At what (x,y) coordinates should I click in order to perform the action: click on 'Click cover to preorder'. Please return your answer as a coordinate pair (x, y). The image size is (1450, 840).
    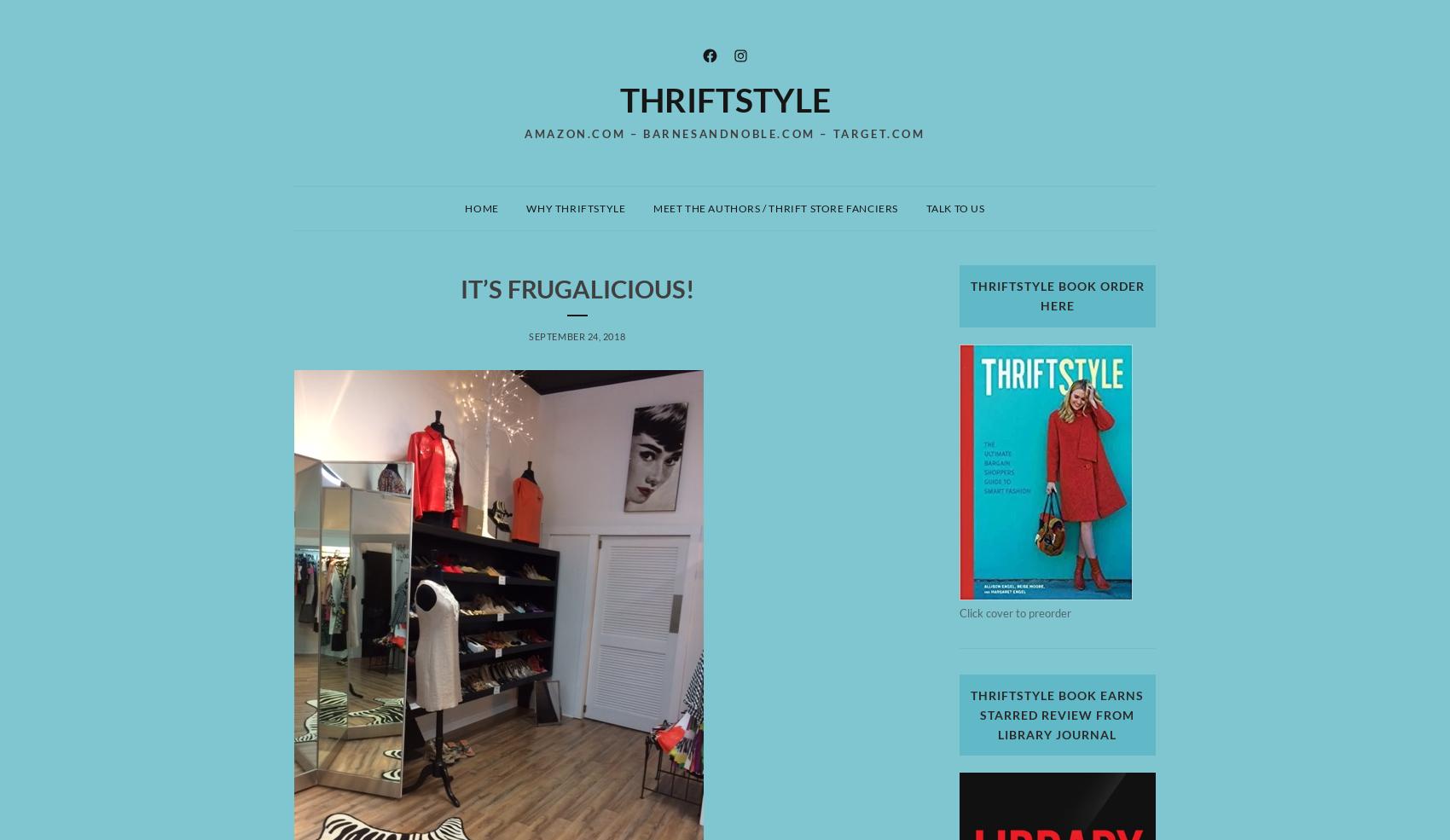
    Looking at the image, I should click on (1013, 611).